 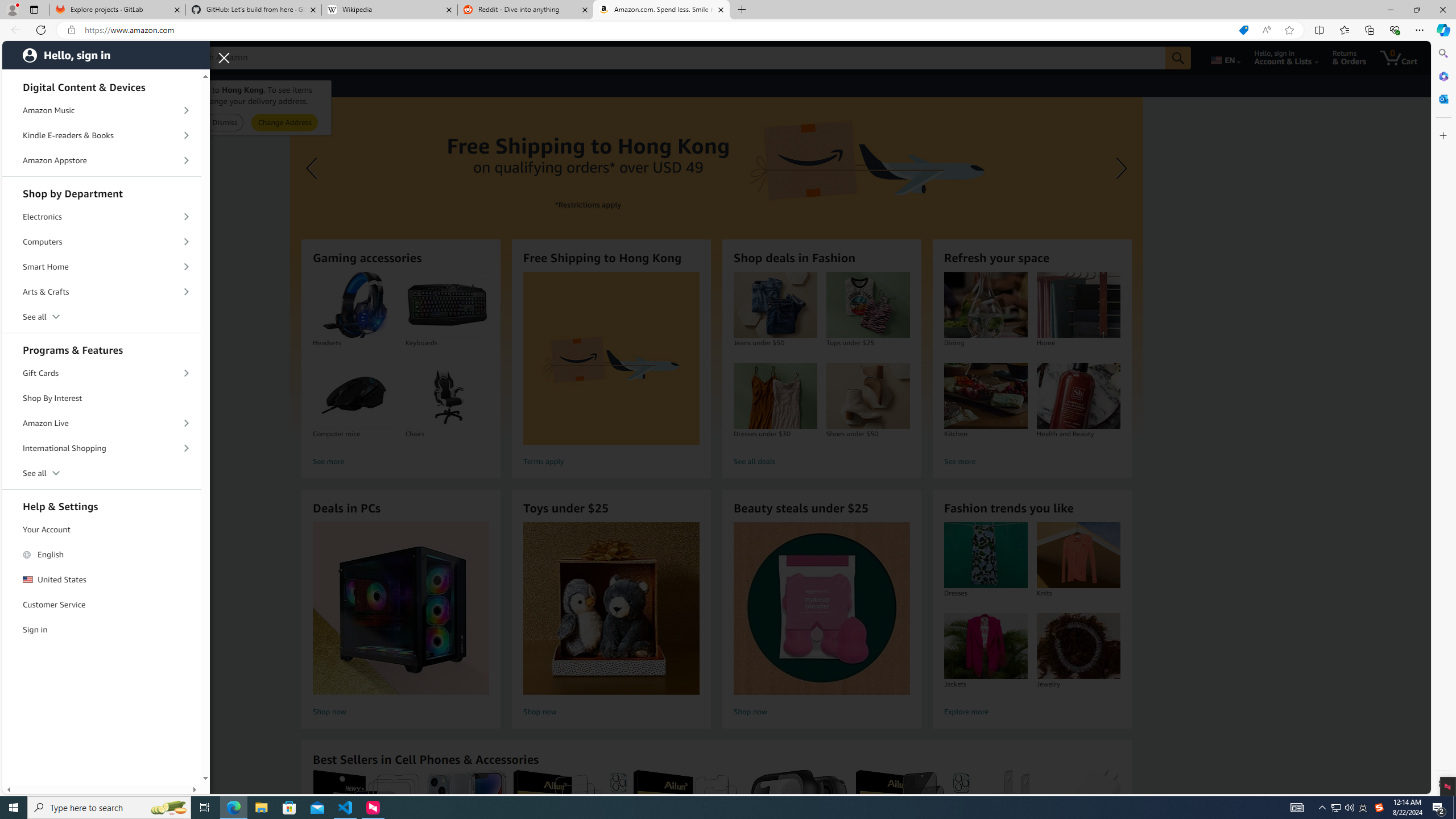 What do you see at coordinates (102, 159) in the screenshot?
I see `'Amazon Appstore'` at bounding box center [102, 159].